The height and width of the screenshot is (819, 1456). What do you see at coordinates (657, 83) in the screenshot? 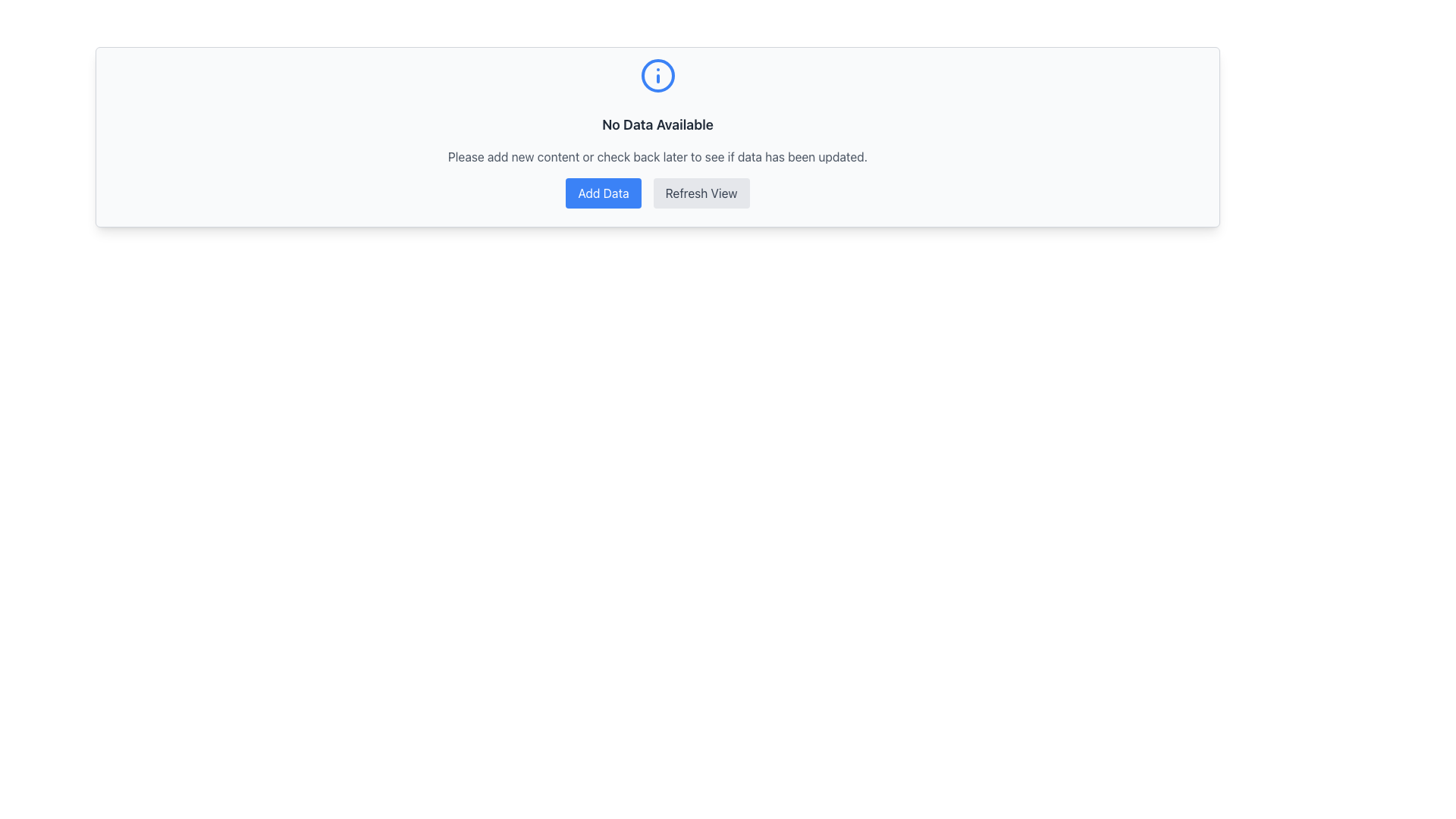
I see `the informational icon located at the top-center of the central content section, directly above the text 'No Data Available', to get more information` at bounding box center [657, 83].